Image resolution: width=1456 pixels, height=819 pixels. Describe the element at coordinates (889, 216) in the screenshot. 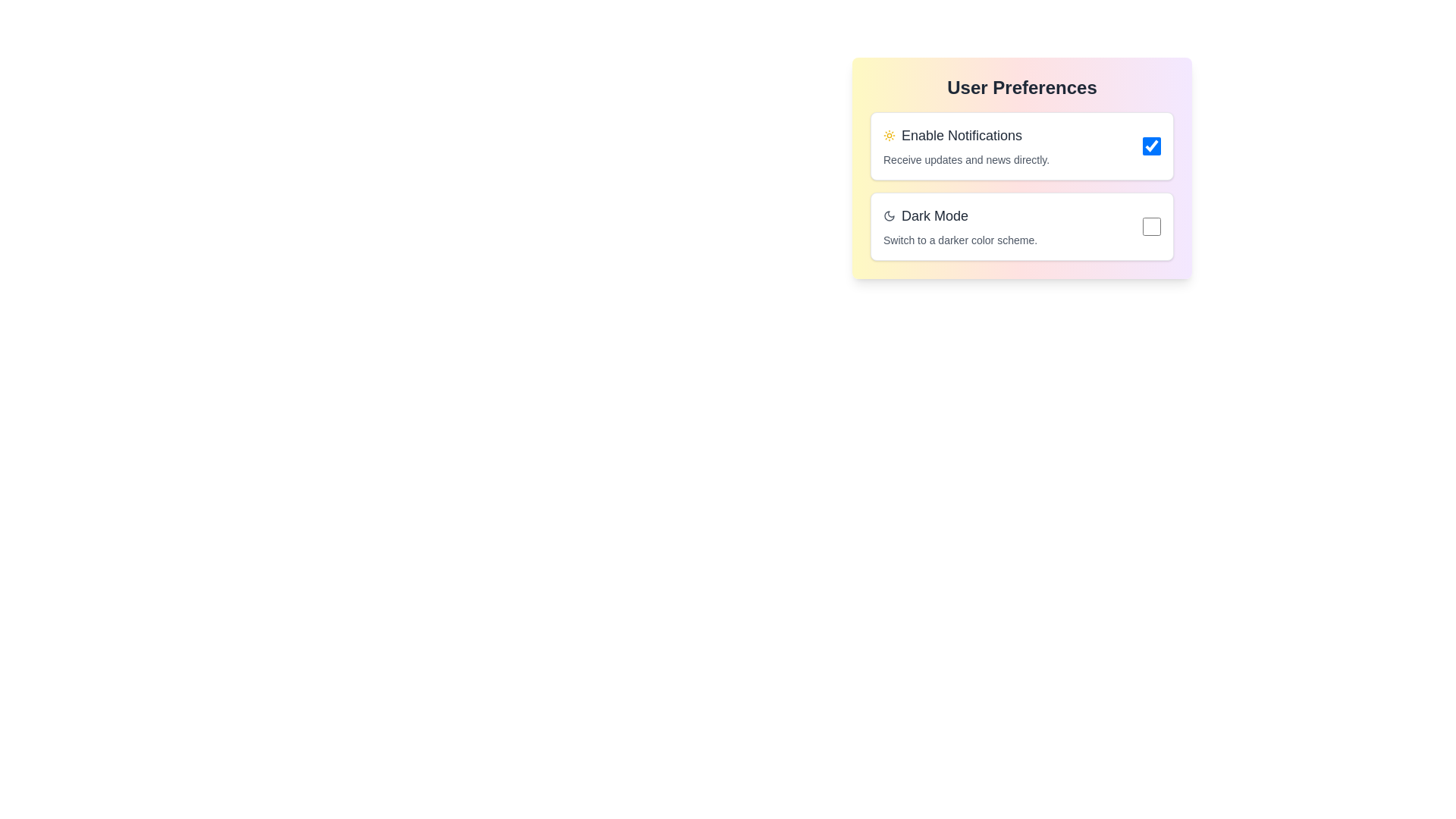

I see `the dark mode icon located to the left of the 'Dark Mode' text in the 'User Preferences' section` at that location.